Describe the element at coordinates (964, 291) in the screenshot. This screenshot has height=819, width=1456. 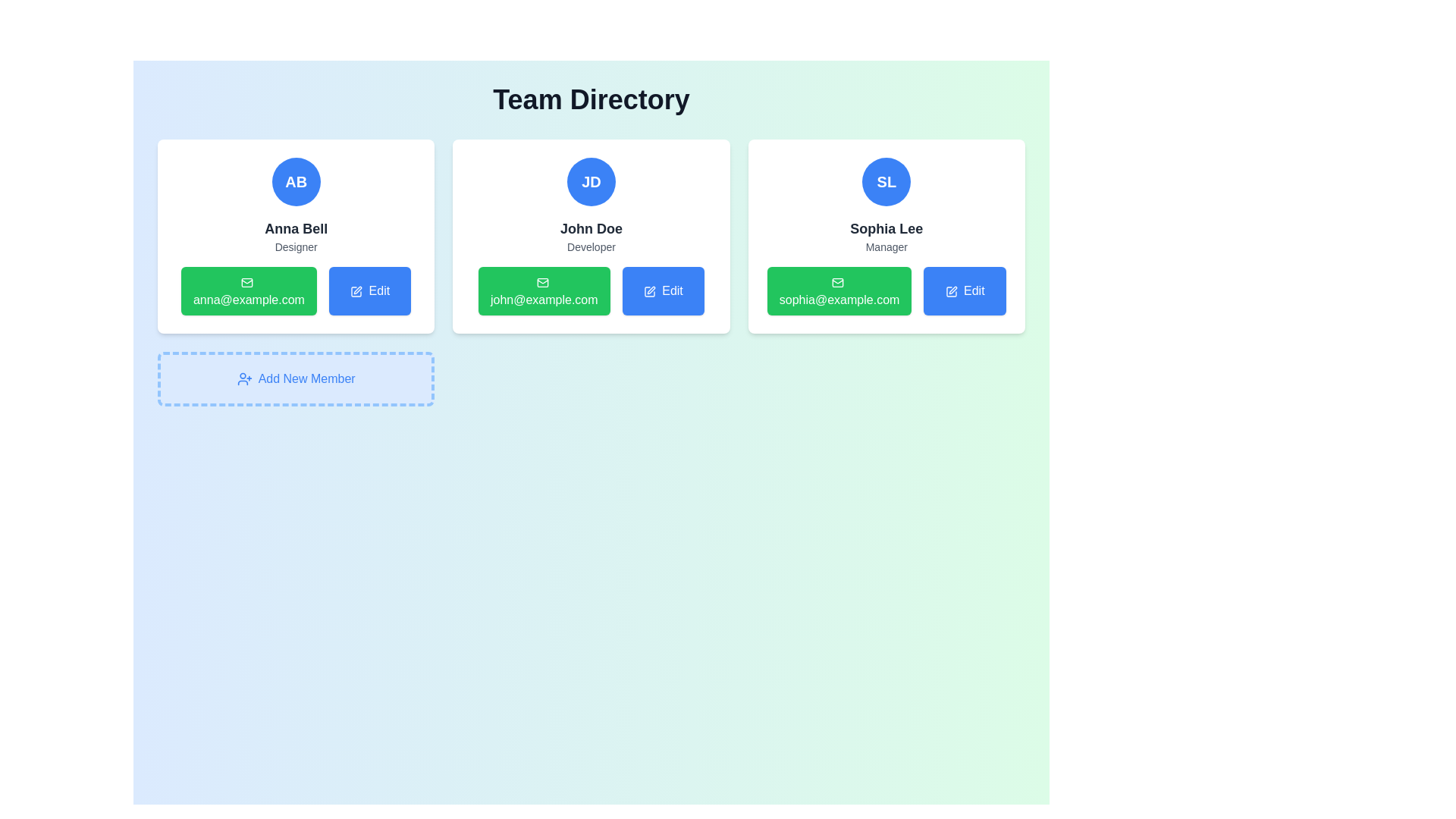
I see `the blue 'Edit' button with a pencil icon, located in the bottom-right corner of the card for user 'Sophia Lee'` at that location.